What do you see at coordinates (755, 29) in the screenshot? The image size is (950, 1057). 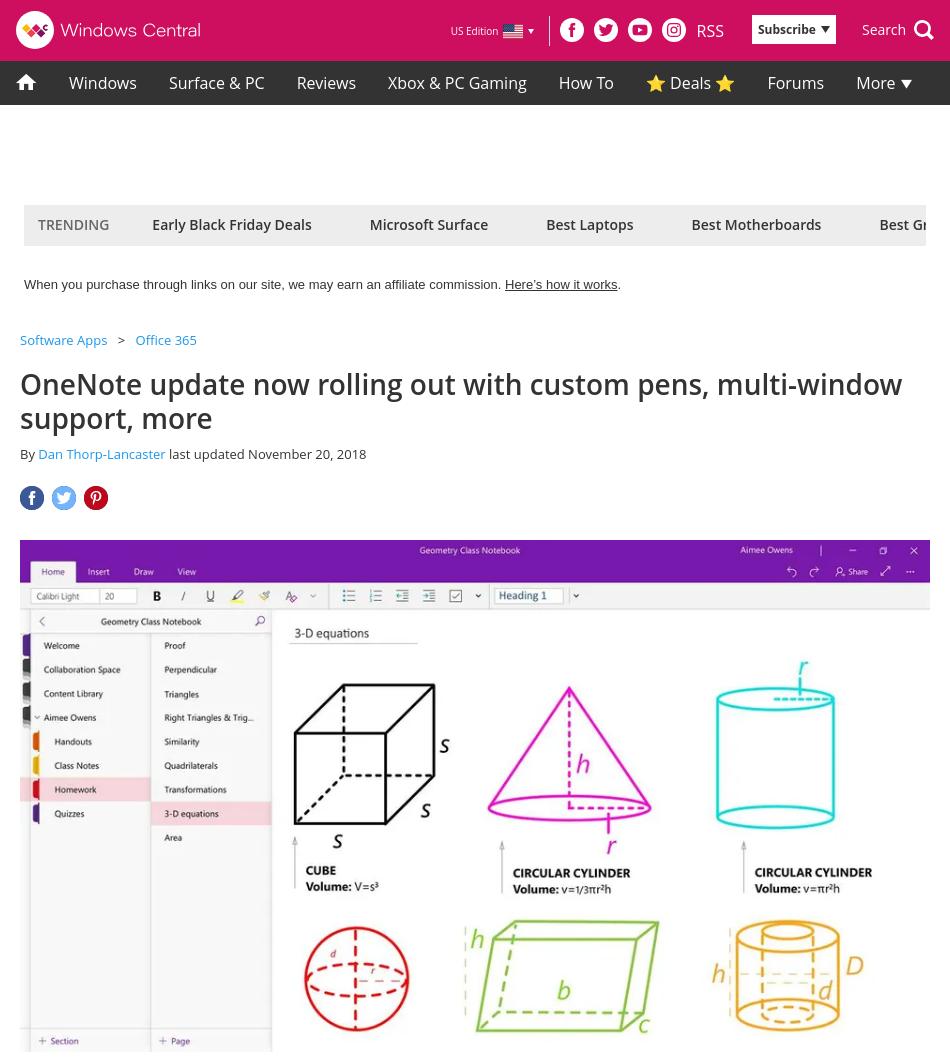 I see `'Subscribe'` at bounding box center [755, 29].